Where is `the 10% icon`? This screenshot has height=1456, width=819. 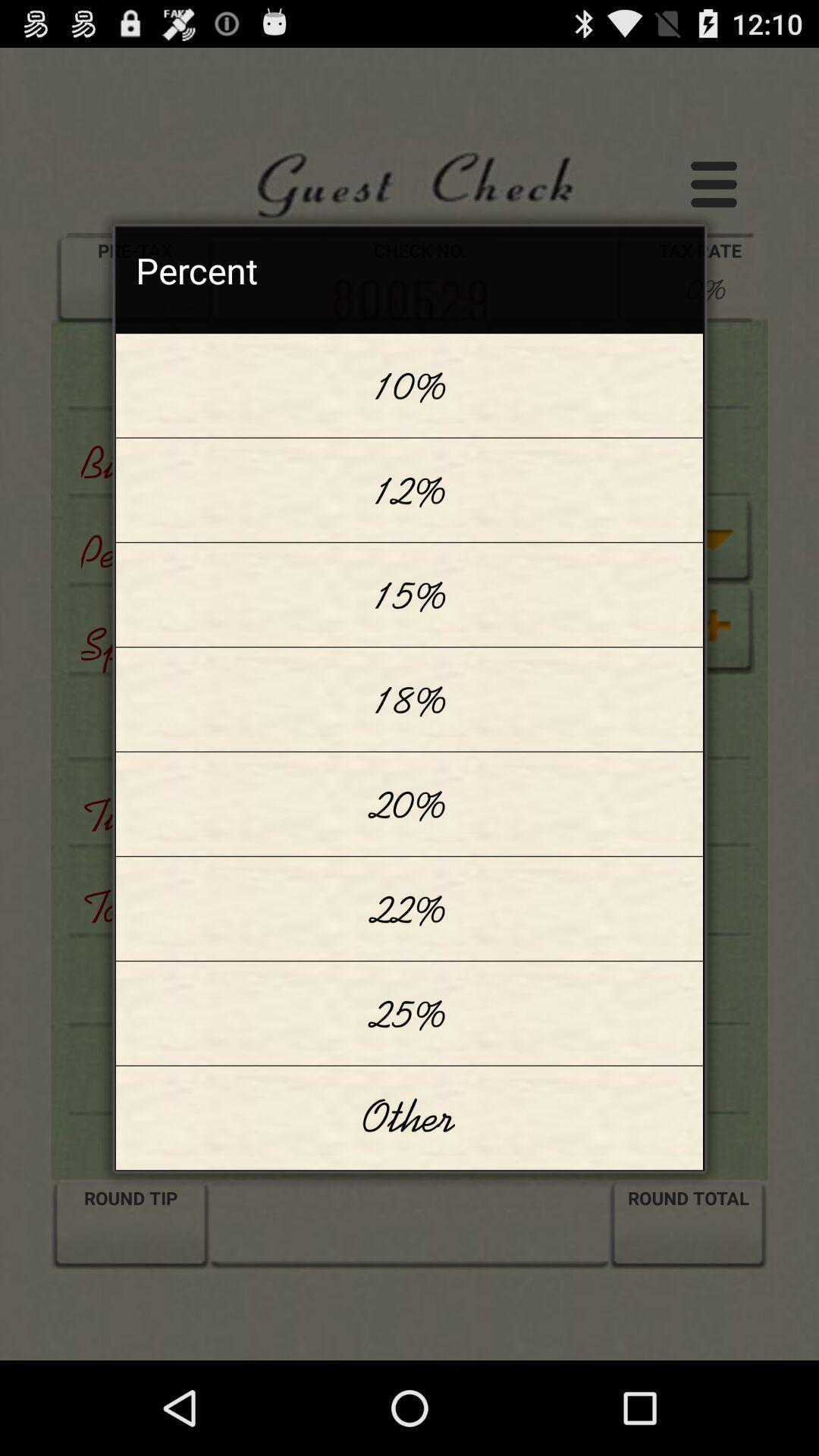 the 10% icon is located at coordinates (409, 385).